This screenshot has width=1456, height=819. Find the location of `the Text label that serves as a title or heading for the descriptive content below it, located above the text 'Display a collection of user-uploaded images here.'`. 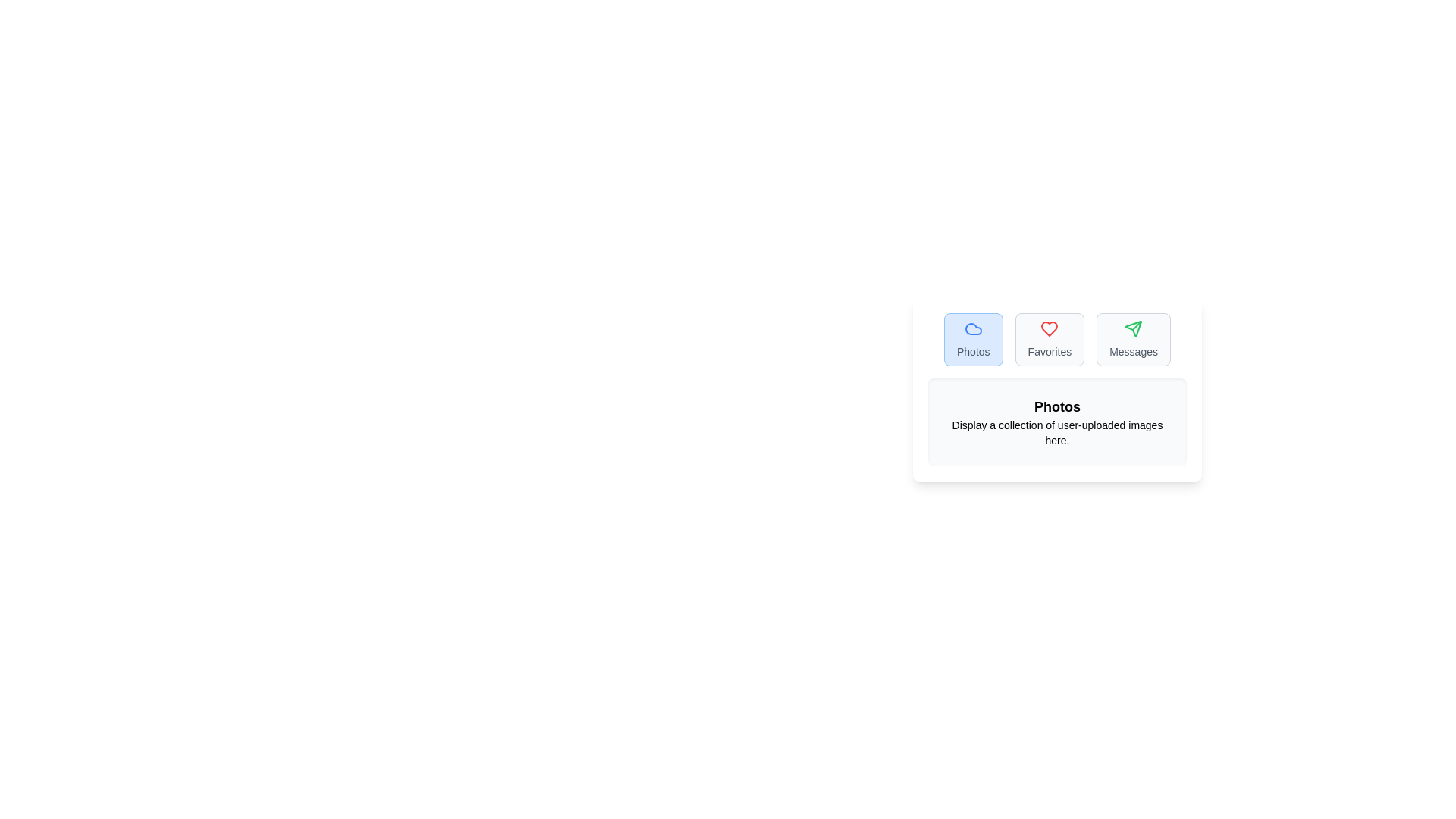

the Text label that serves as a title or heading for the descriptive content below it, located above the text 'Display a collection of user-uploaded images here.' is located at coordinates (1056, 406).